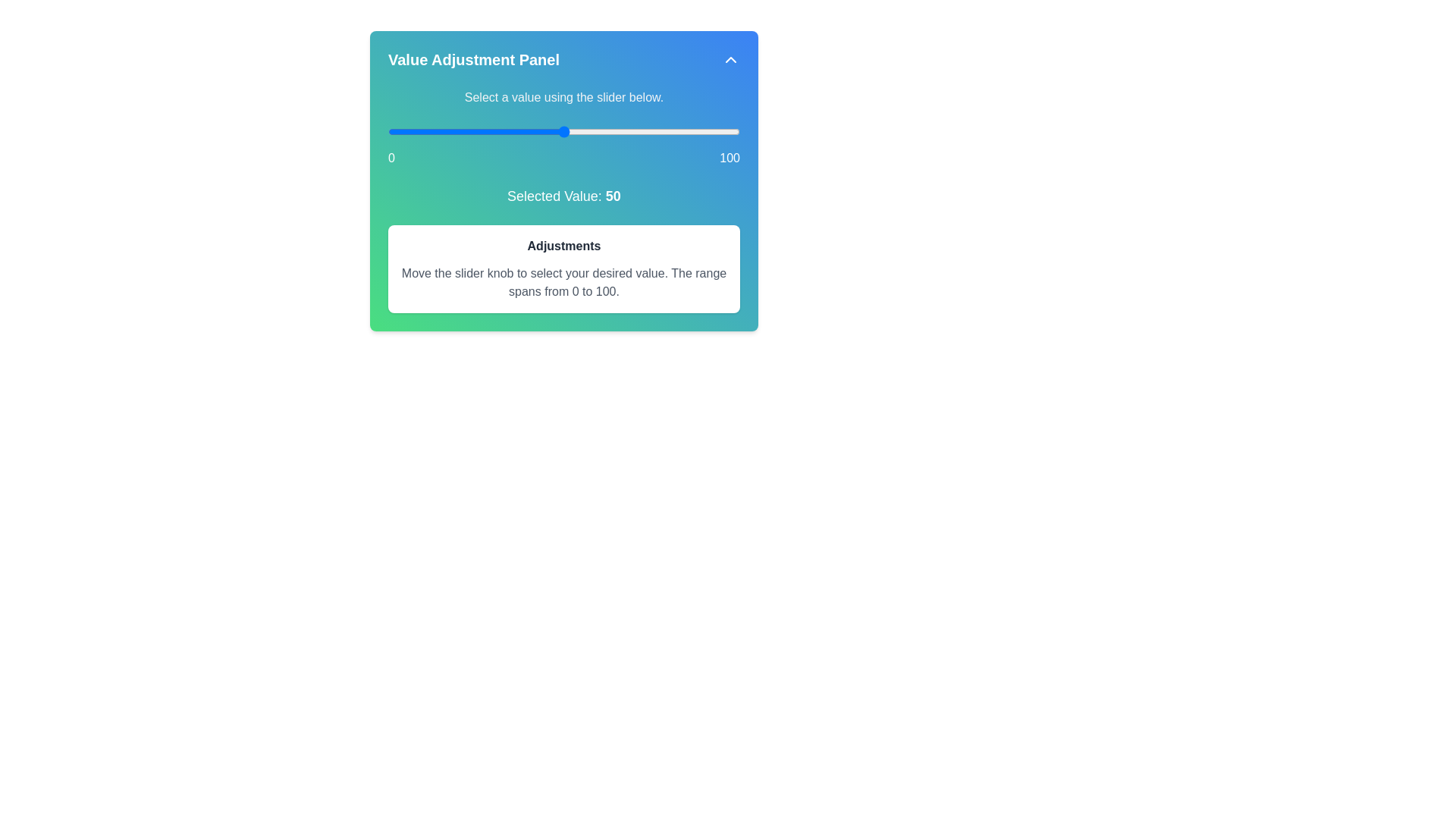 The height and width of the screenshot is (819, 1456). What do you see at coordinates (402, 130) in the screenshot?
I see `the slider value` at bounding box center [402, 130].